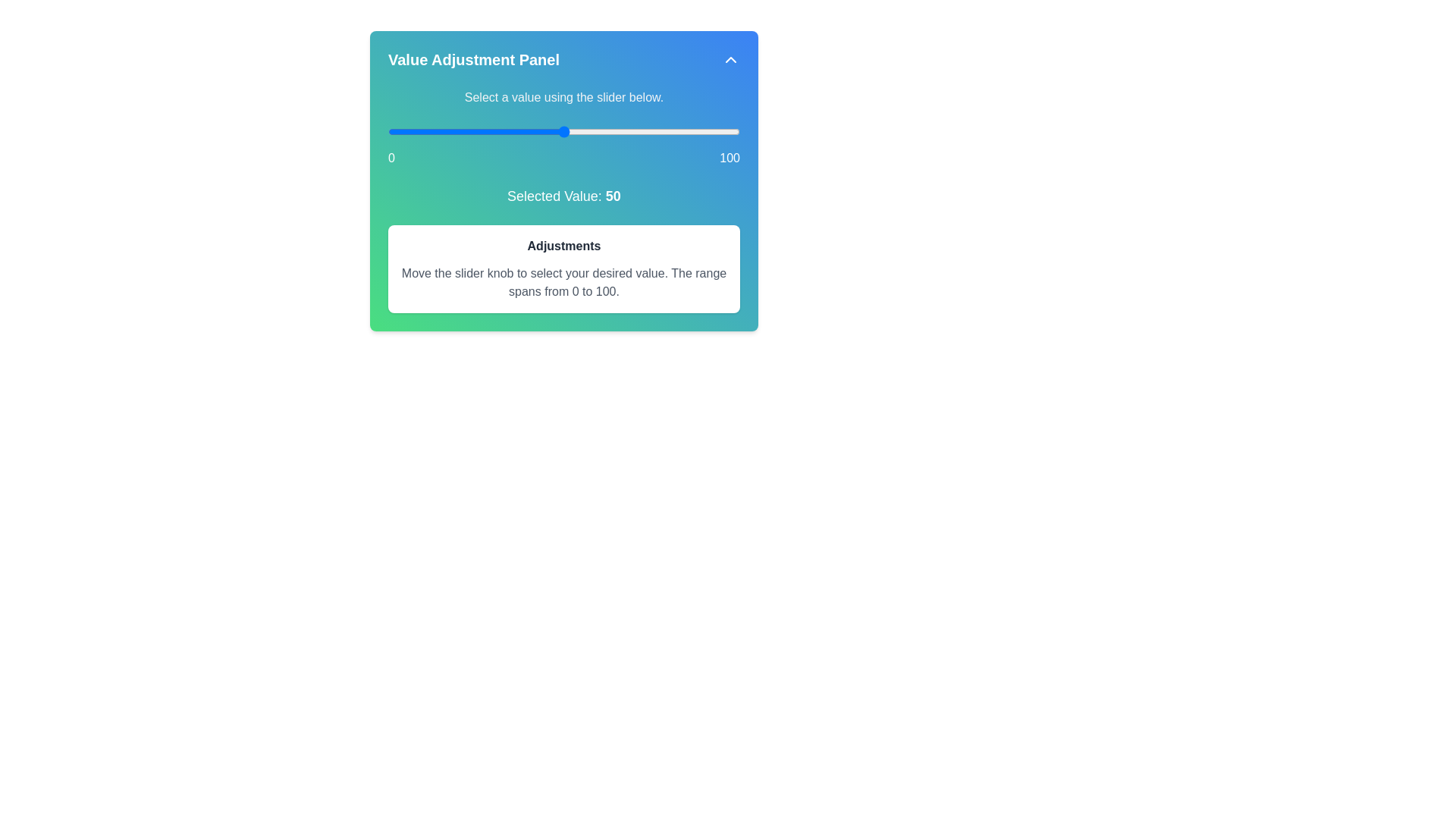 The height and width of the screenshot is (819, 1456). What do you see at coordinates (402, 130) in the screenshot?
I see `the slider value` at bounding box center [402, 130].